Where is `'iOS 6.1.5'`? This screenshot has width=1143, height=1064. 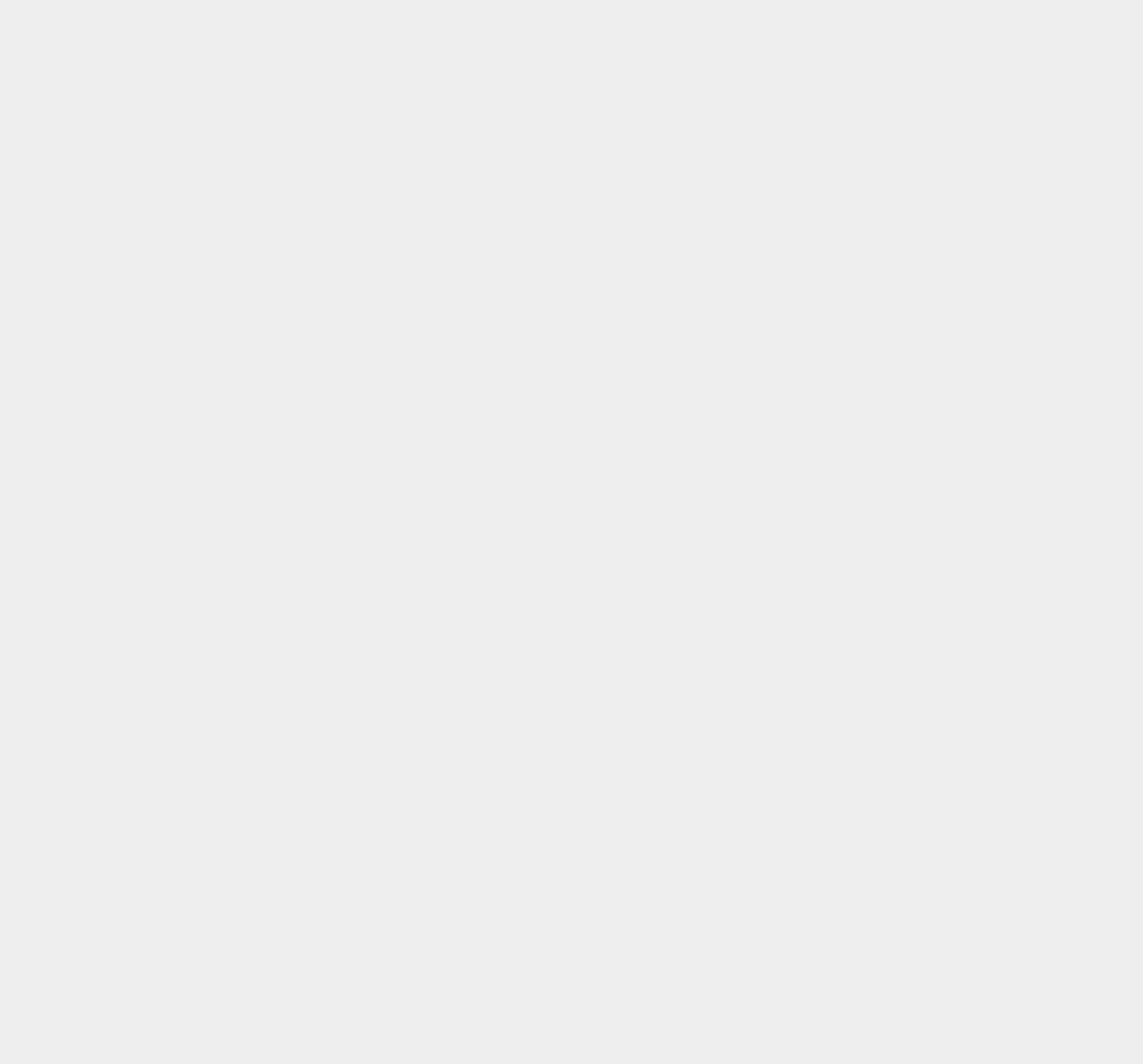
'iOS 6.1.5' is located at coordinates (834, 347).